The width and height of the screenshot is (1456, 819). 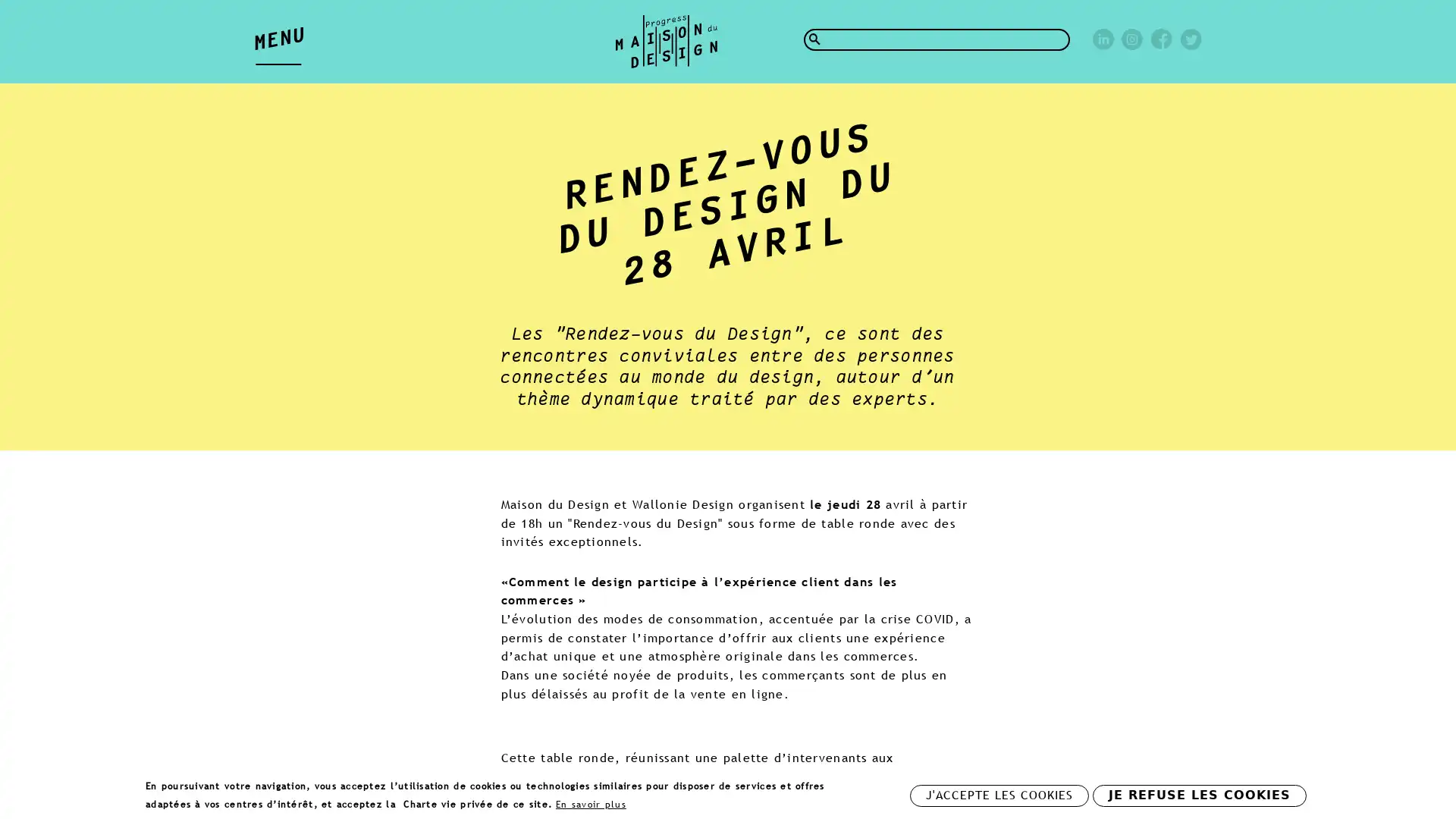 What do you see at coordinates (1199, 795) in the screenshot?
I see `JE REFUSE LES COOKIES` at bounding box center [1199, 795].